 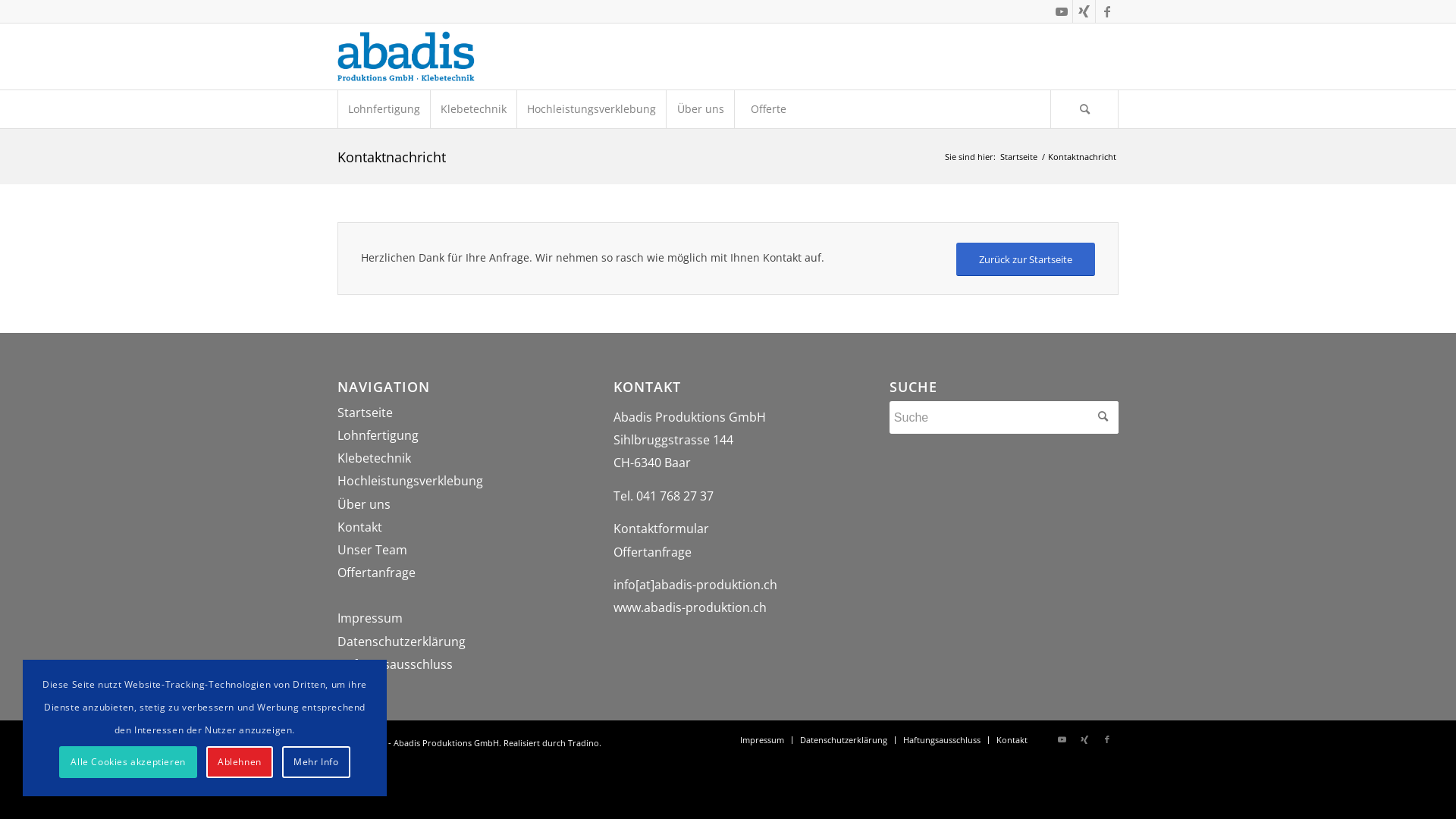 What do you see at coordinates (613, 584) in the screenshot?
I see `'info[at]abadis-produktion.ch'` at bounding box center [613, 584].